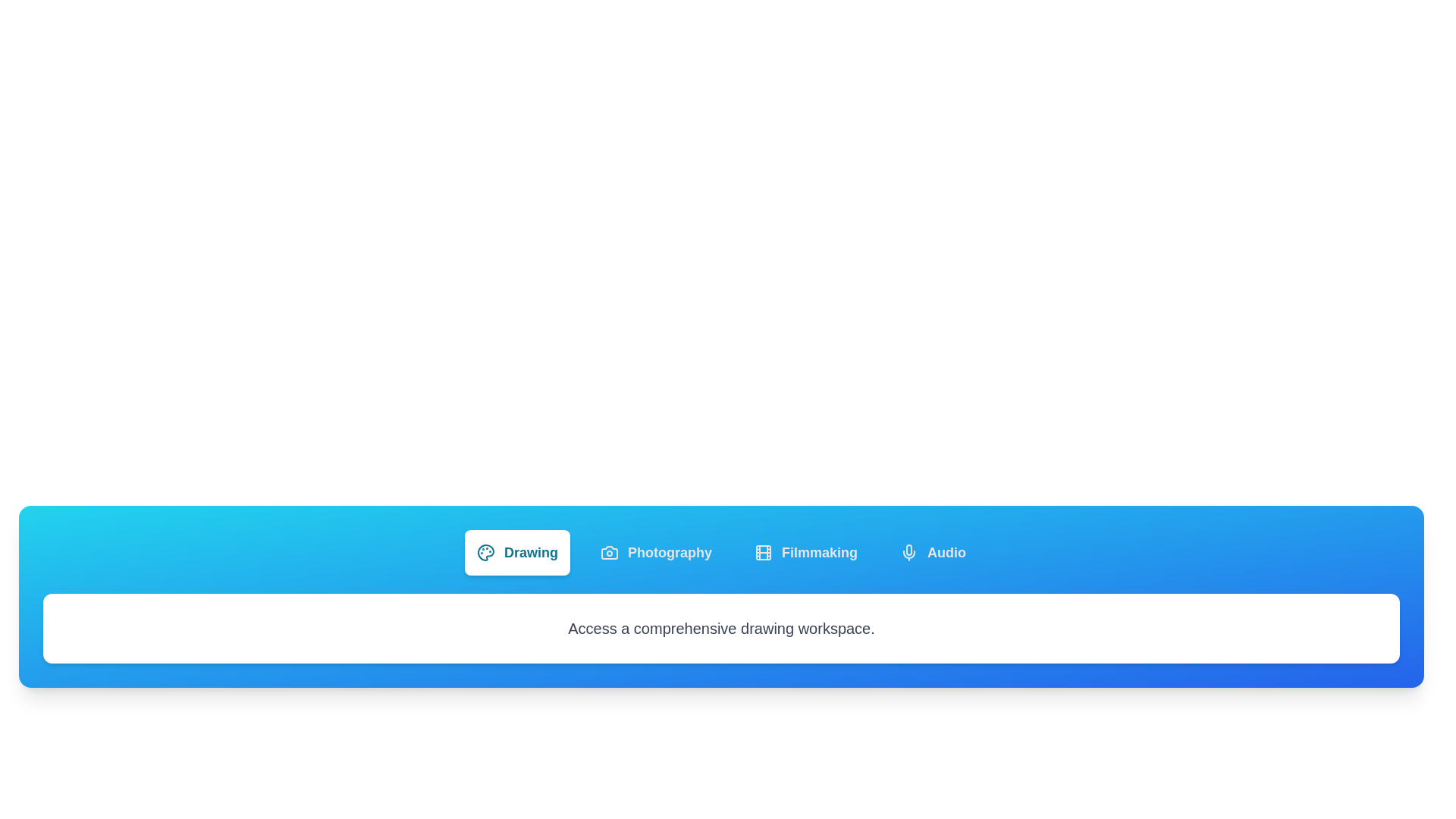  What do you see at coordinates (517, 553) in the screenshot?
I see `the Drawing tab` at bounding box center [517, 553].